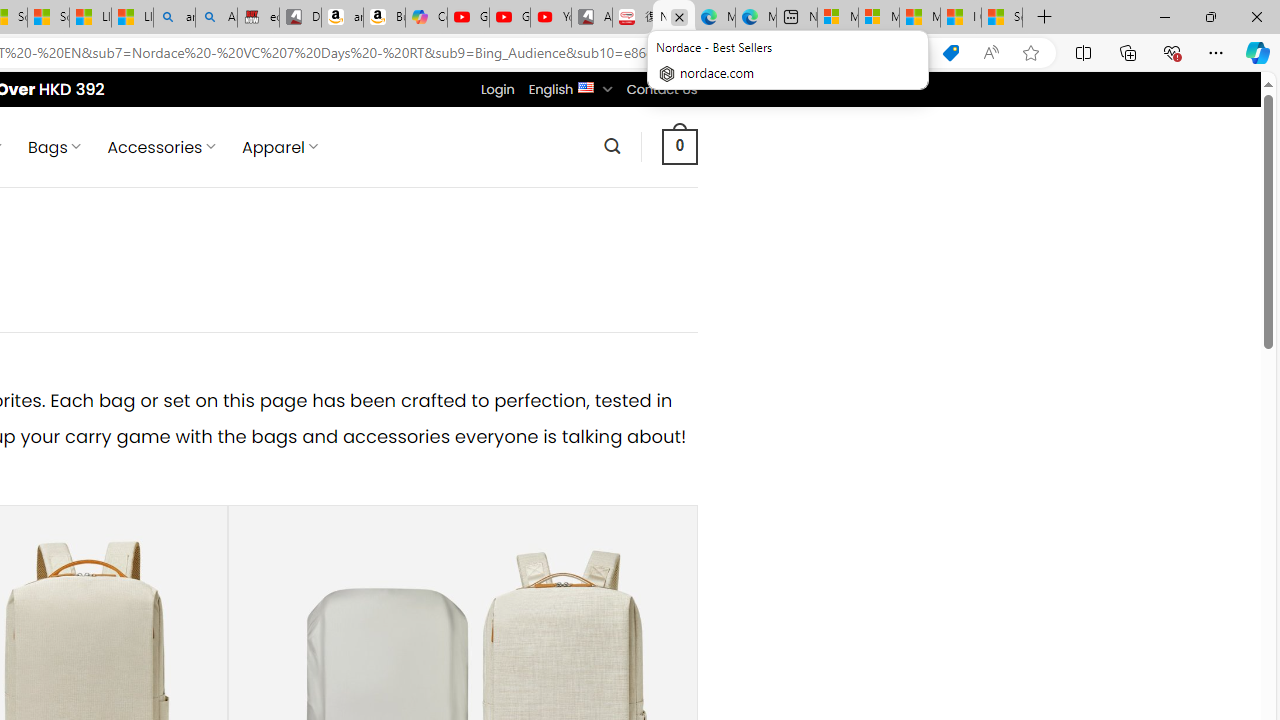 Image resolution: width=1280 pixels, height=720 pixels. I want to click on 'Contact Us', so click(661, 88).